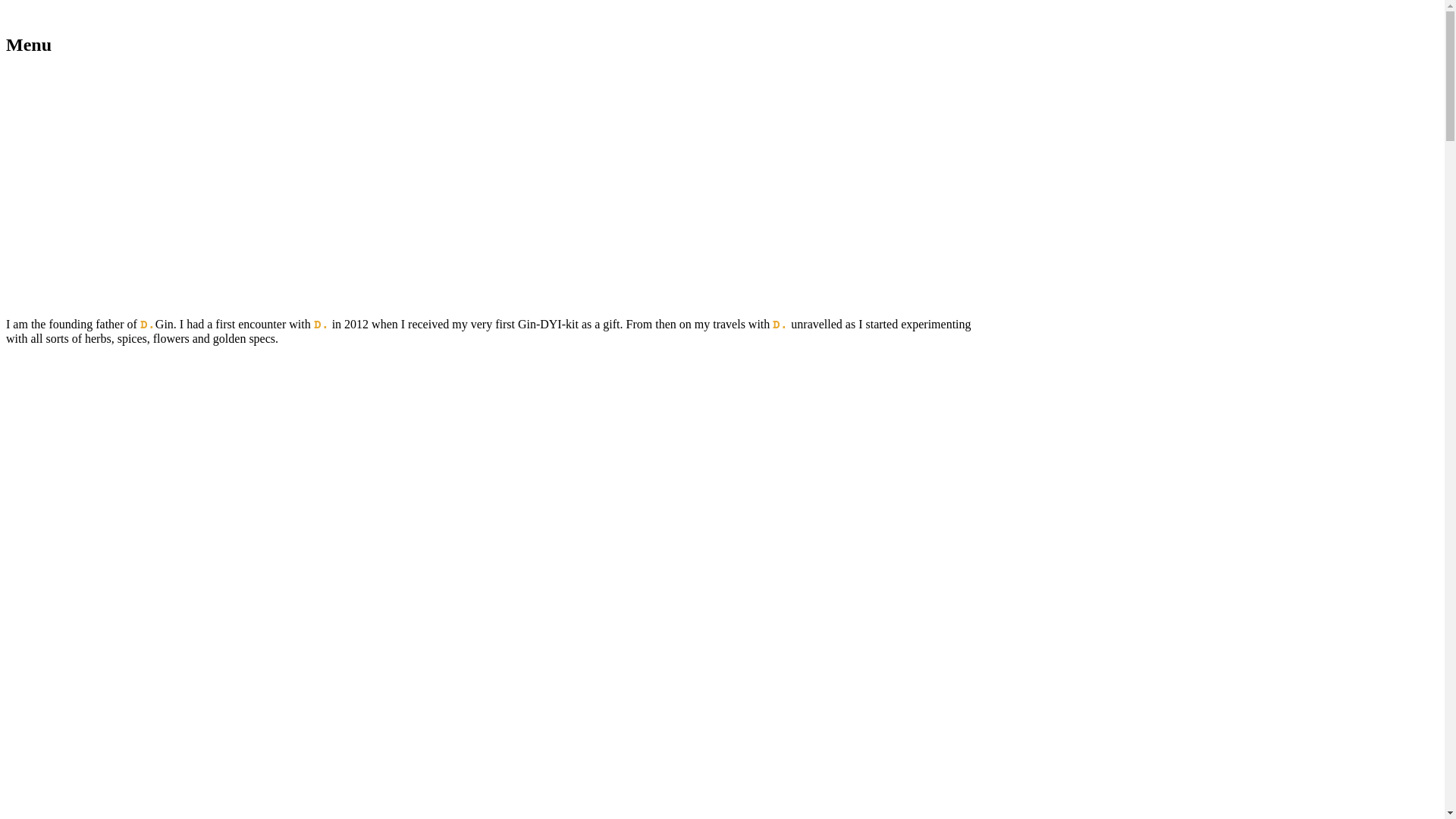 This screenshot has width=1456, height=819. I want to click on 'Skip to content', so click(42, 12).